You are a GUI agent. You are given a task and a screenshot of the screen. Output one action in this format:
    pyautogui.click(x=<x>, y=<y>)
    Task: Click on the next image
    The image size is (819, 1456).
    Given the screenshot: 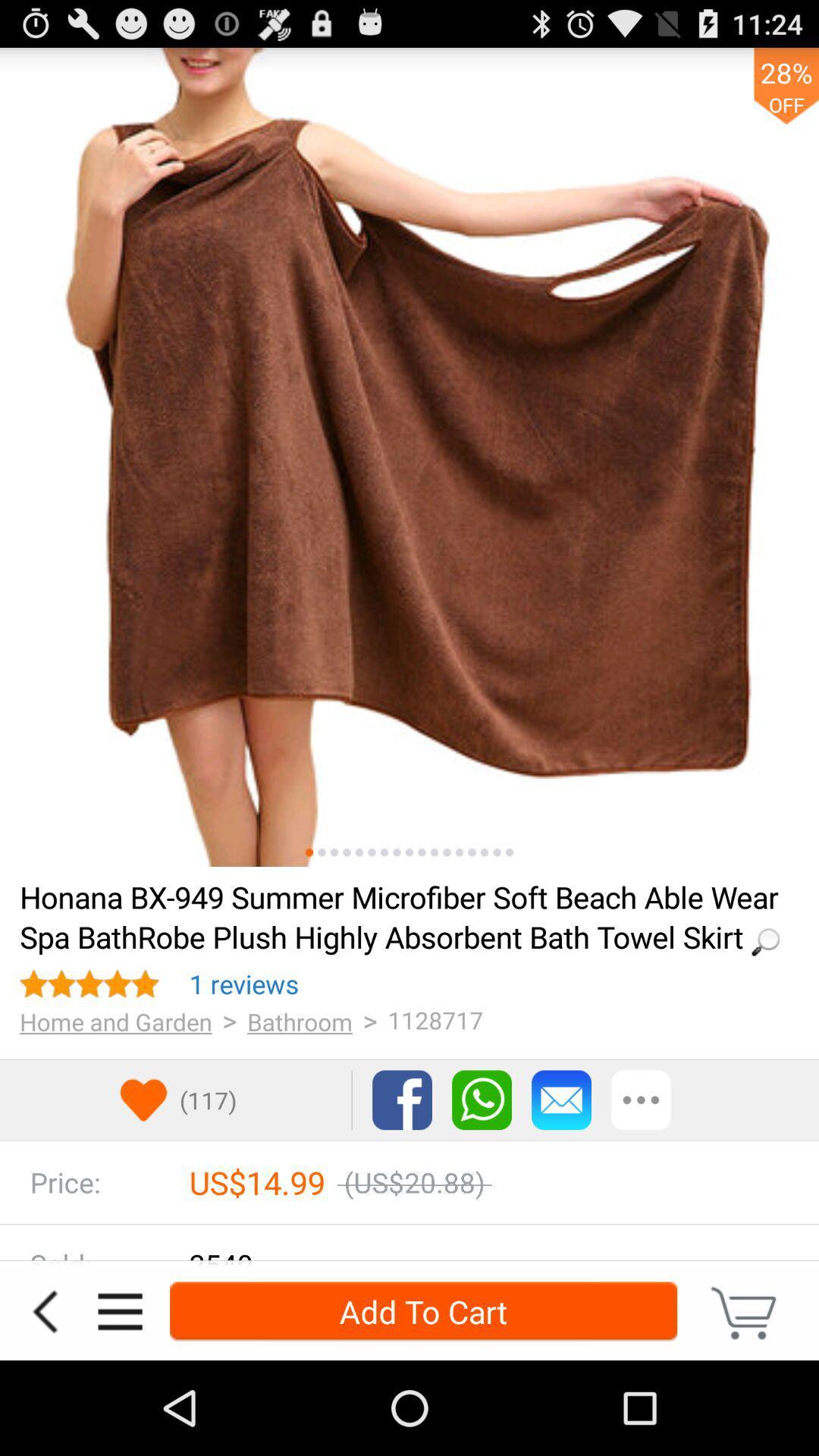 What is the action you would take?
    pyautogui.click(x=485, y=852)
    